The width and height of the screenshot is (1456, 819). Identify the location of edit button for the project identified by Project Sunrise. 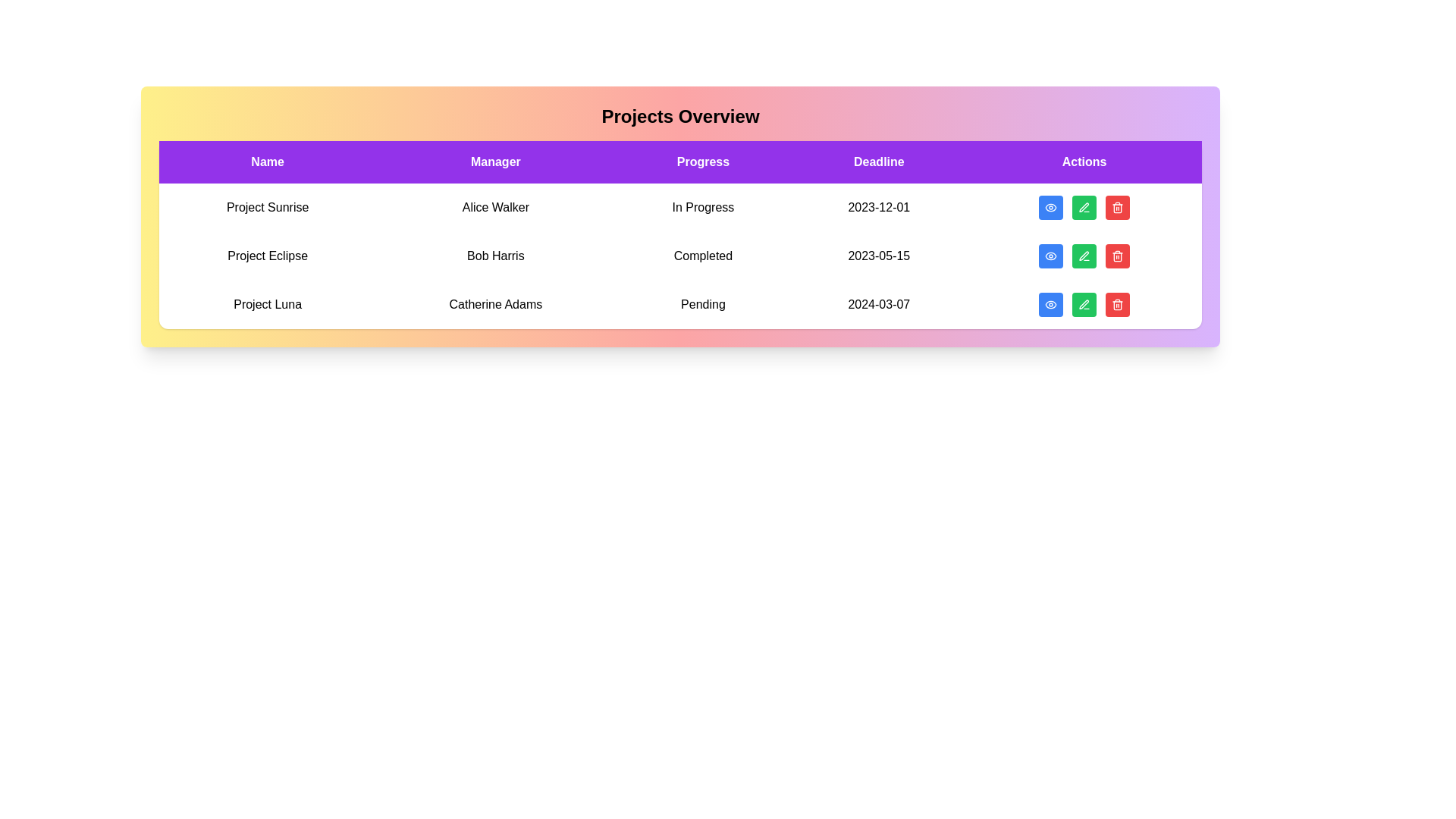
(1084, 207).